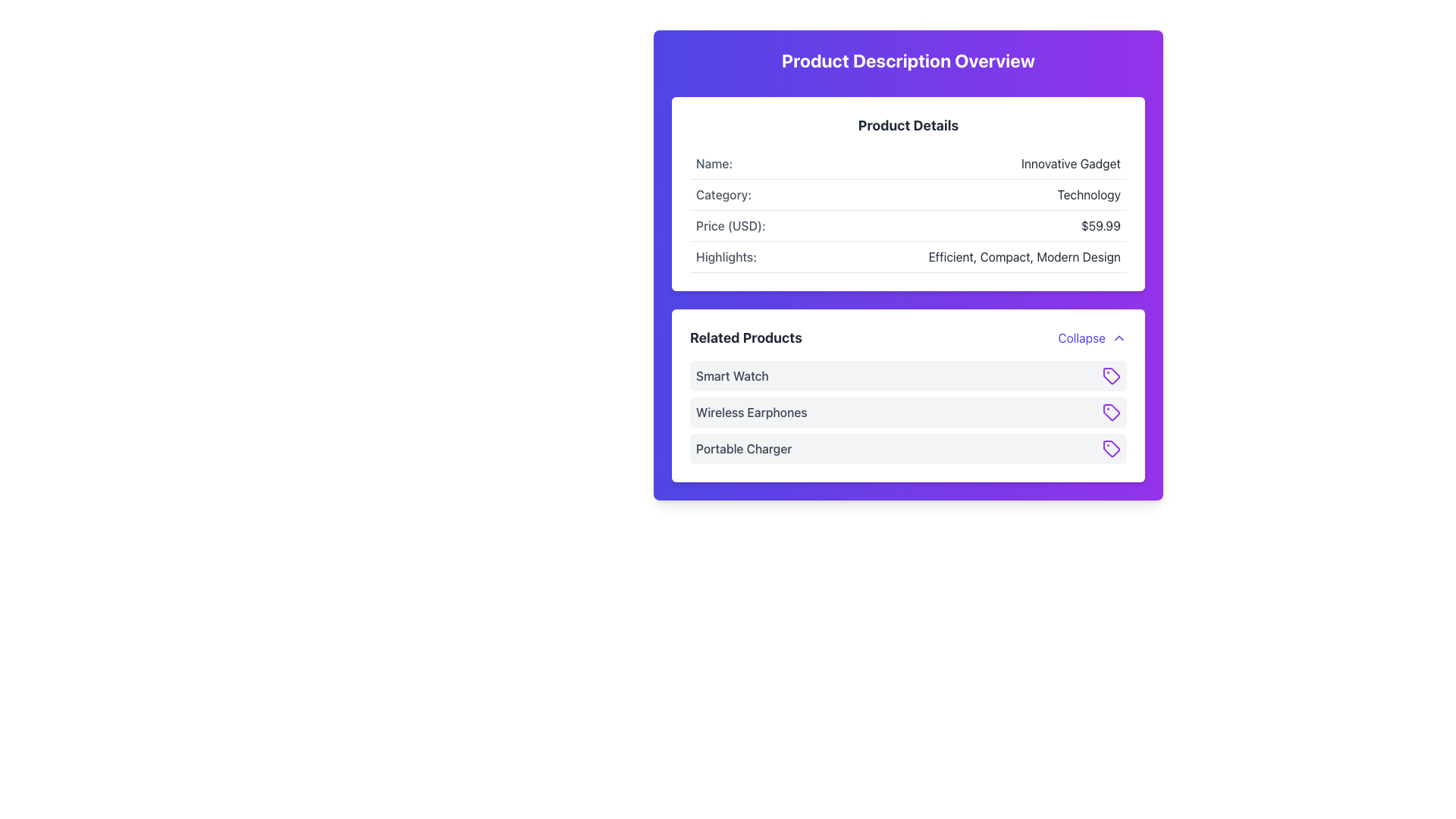  Describe the element at coordinates (1092, 337) in the screenshot. I see `the 'Collapse' button in the top-right corner of the 'Related Products' section, which is styled in indigo and has an upward-facing chevron icon next to the text` at that location.